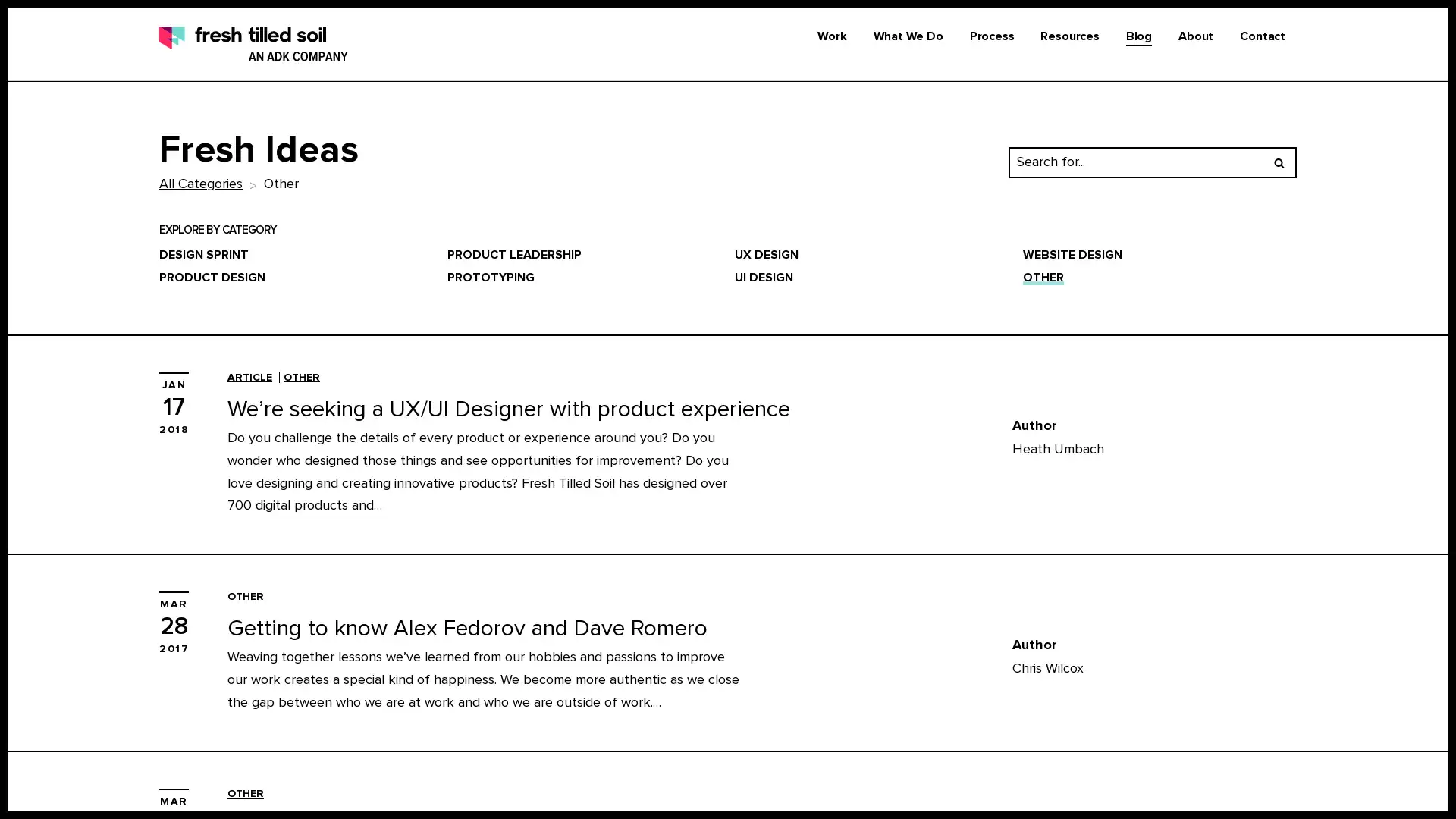  What do you see at coordinates (1278, 161) in the screenshot?
I see `SUBMIT SEARCH` at bounding box center [1278, 161].